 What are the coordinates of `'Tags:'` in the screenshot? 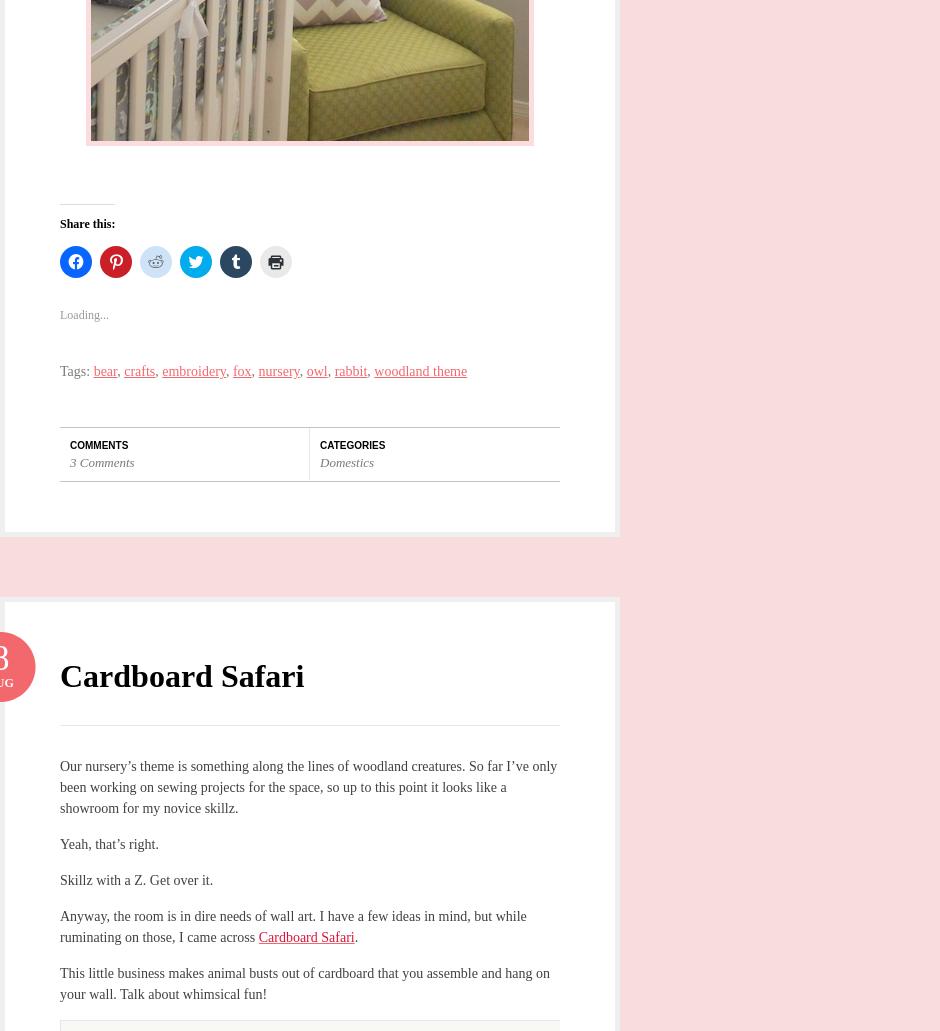 It's located at (58, 370).